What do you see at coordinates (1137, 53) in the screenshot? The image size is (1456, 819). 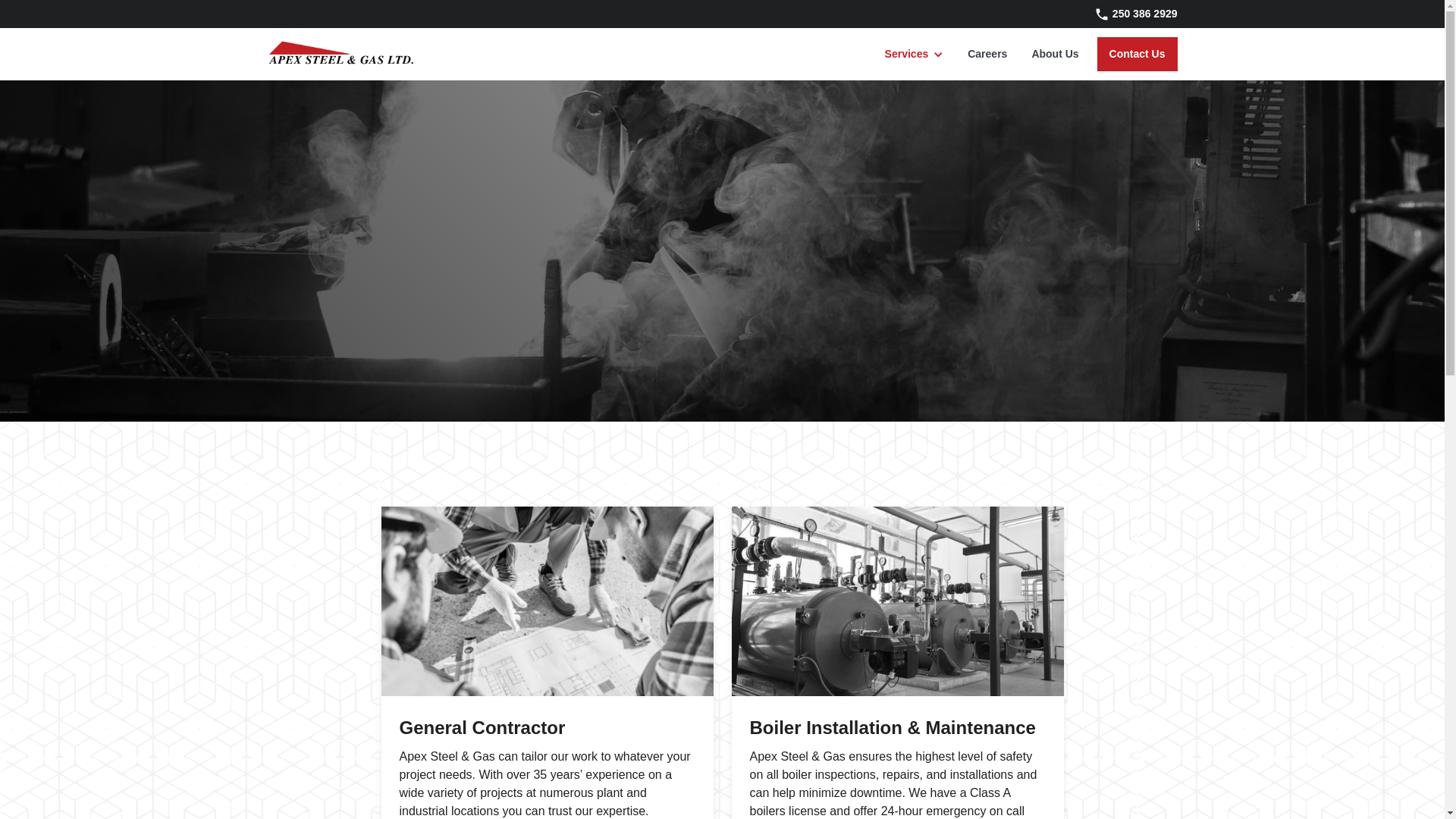 I see `'Contact Us'` at bounding box center [1137, 53].